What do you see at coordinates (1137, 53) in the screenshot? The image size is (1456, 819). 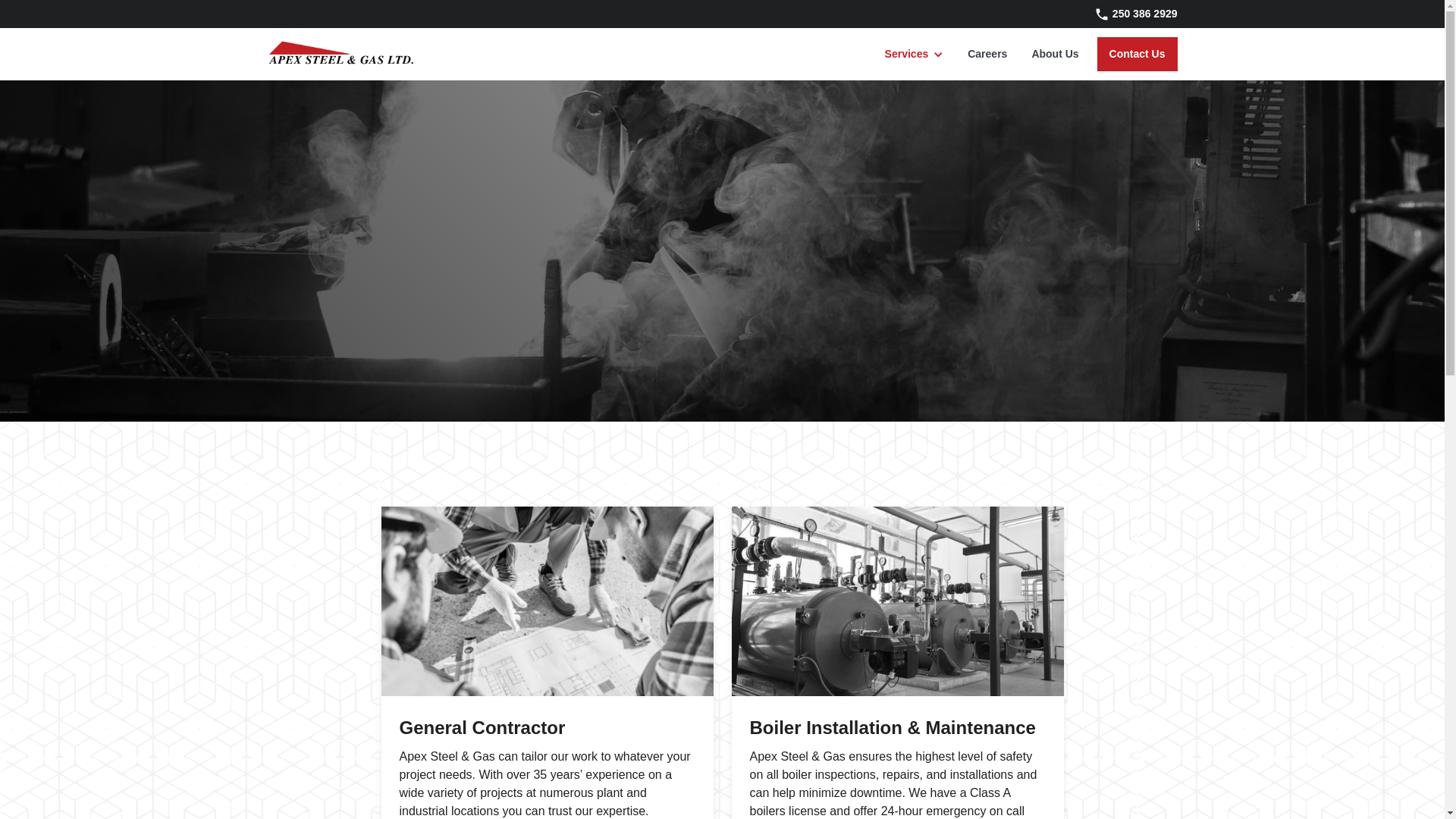 I see `'Contact Us'` at bounding box center [1137, 53].